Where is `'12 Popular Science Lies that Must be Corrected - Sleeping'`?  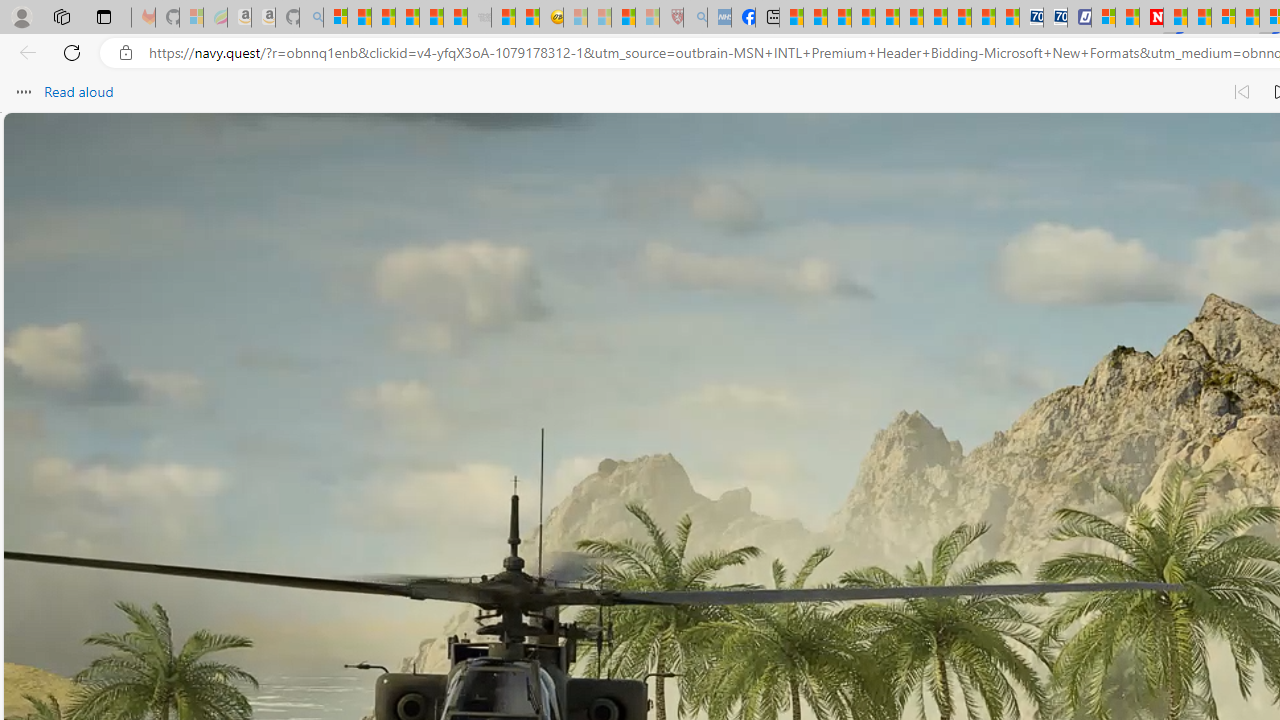
'12 Popular Science Lies that Must be Corrected - Sleeping' is located at coordinates (647, 17).